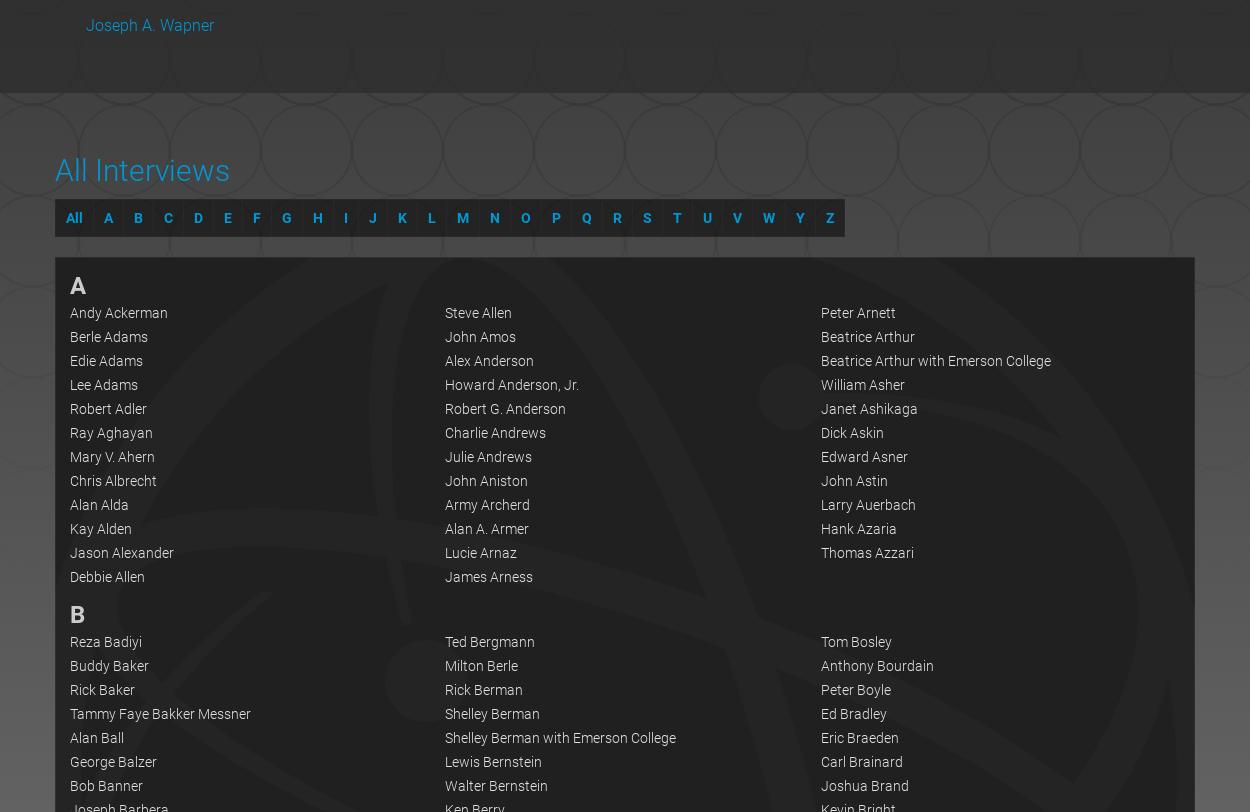 This screenshot has height=812, width=1250. What do you see at coordinates (486, 527) in the screenshot?
I see `'Alan A. Armer'` at bounding box center [486, 527].